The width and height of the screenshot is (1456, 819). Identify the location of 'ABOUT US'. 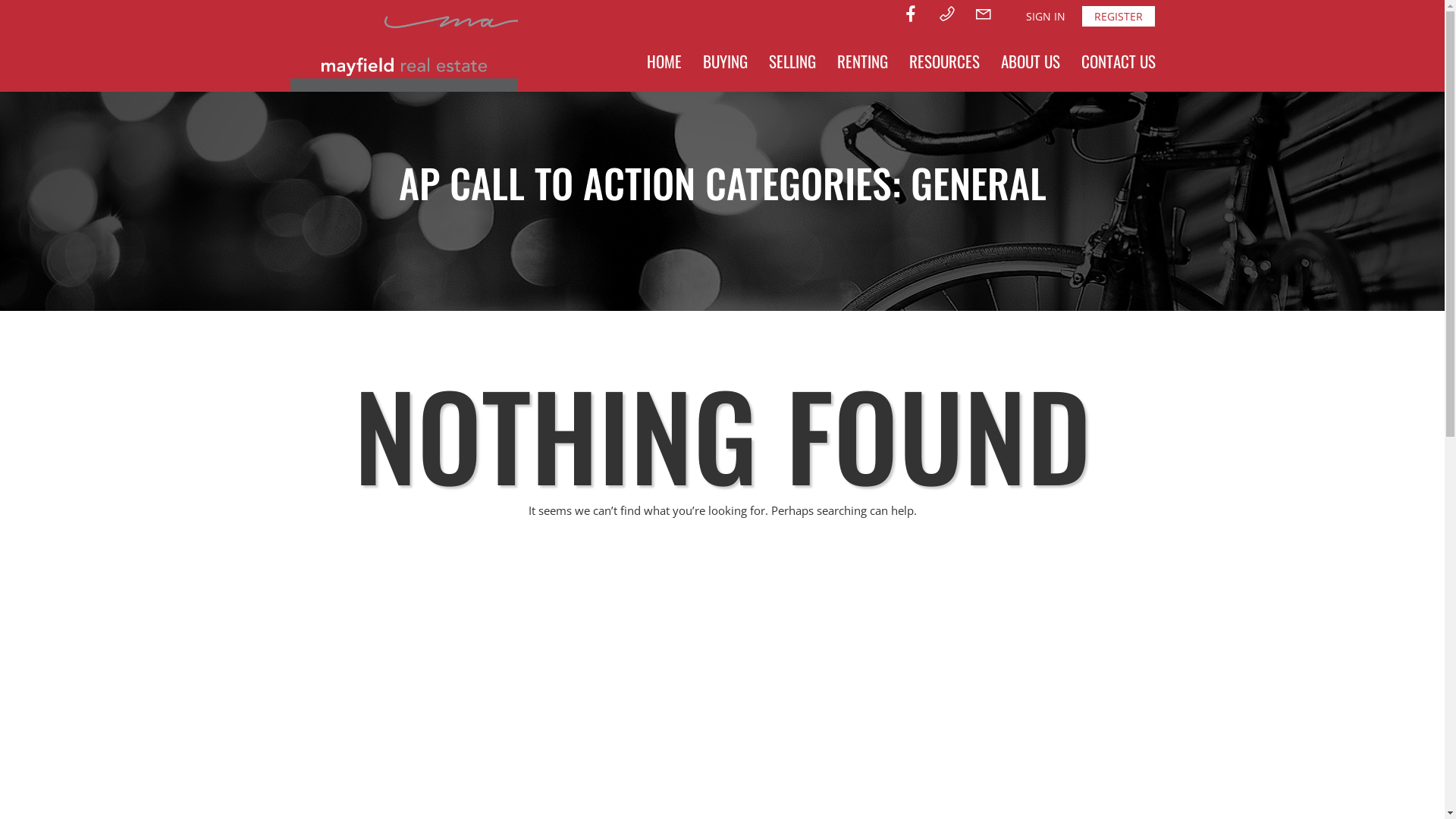
(1030, 61).